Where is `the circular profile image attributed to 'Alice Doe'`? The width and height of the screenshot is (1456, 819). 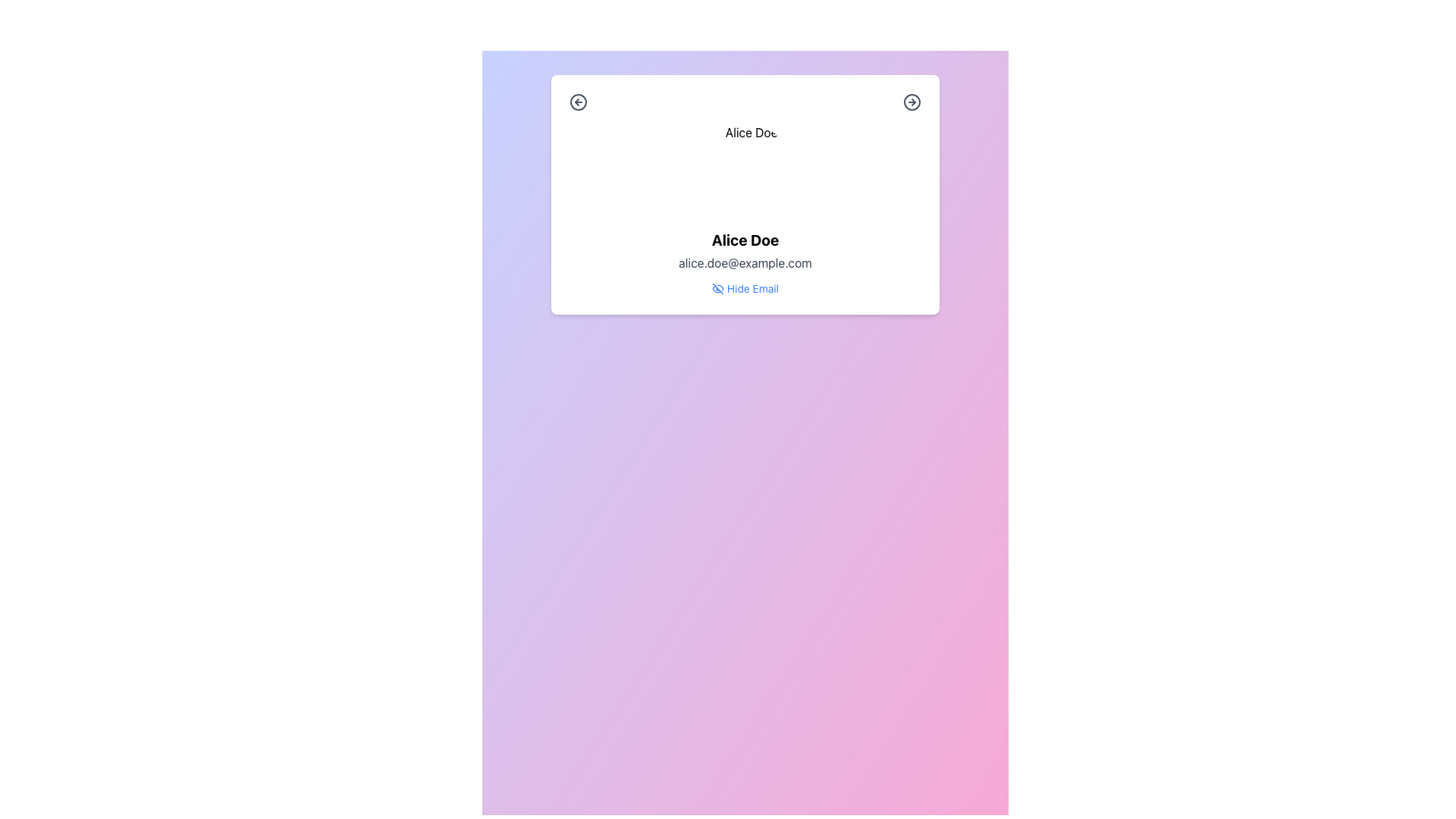 the circular profile image attributed to 'Alice Doe' is located at coordinates (745, 171).